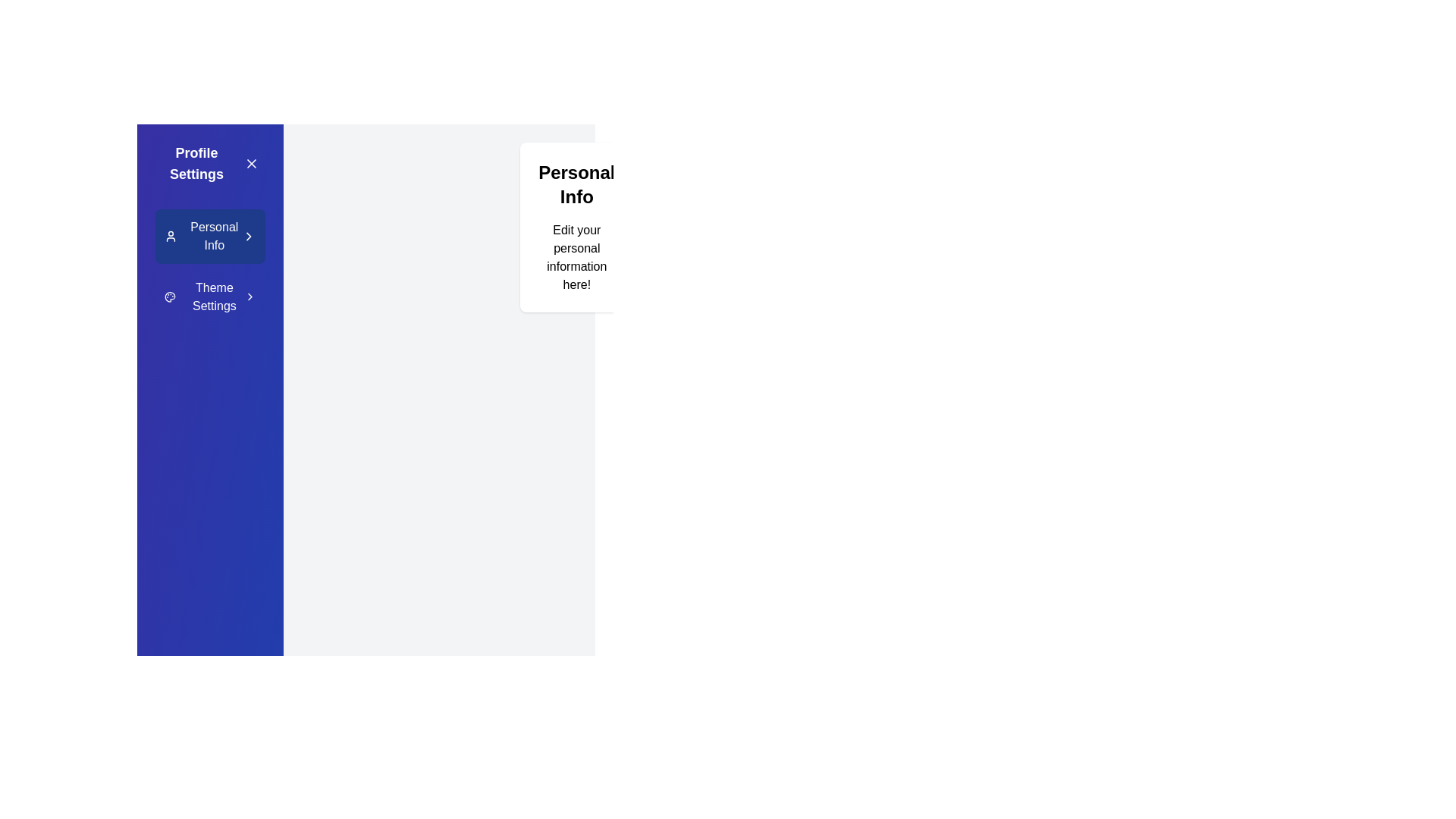  Describe the element at coordinates (196, 164) in the screenshot. I see `text 'Profile Settings' displayed in a bold font style at the top-left corner of the sidebar with a blue background` at that location.